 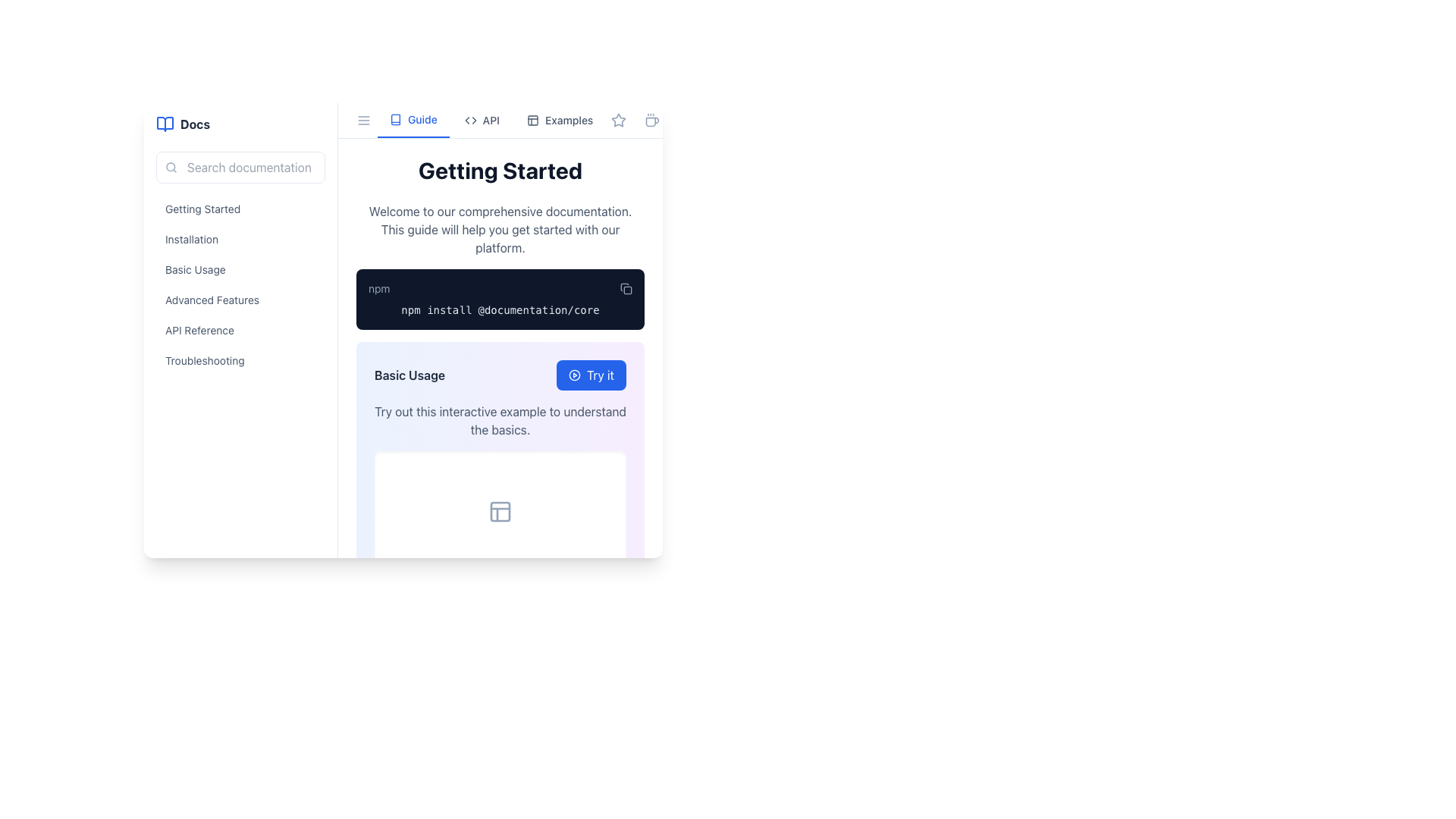 What do you see at coordinates (396, 119) in the screenshot?
I see `the 'Guide' icon located in the navigation bar, positioned to the left of the 'Guide' text tab` at bounding box center [396, 119].